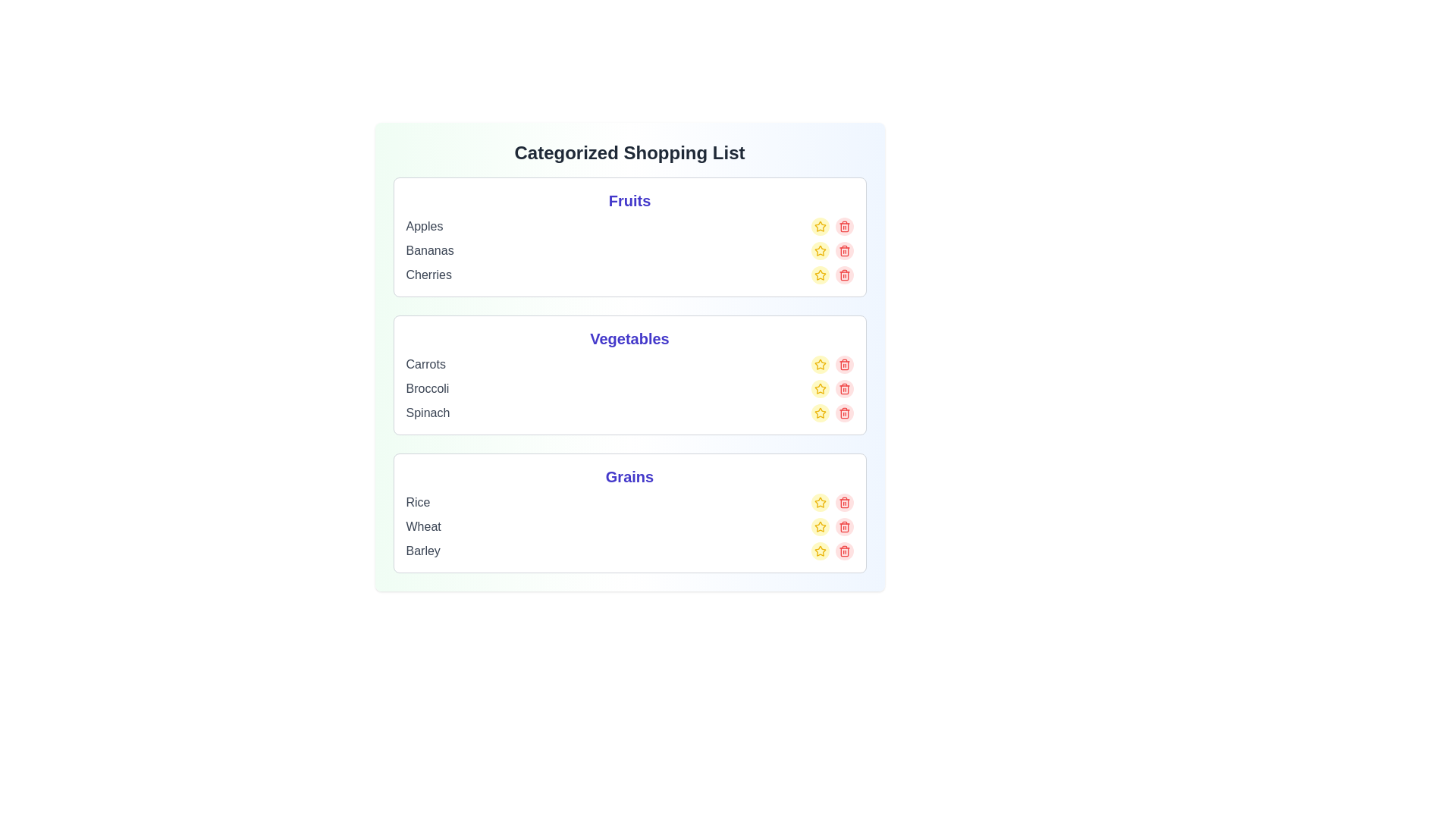 This screenshot has height=819, width=1456. What do you see at coordinates (819, 365) in the screenshot?
I see `the star icon of the item Carrots to mark it as favorite` at bounding box center [819, 365].